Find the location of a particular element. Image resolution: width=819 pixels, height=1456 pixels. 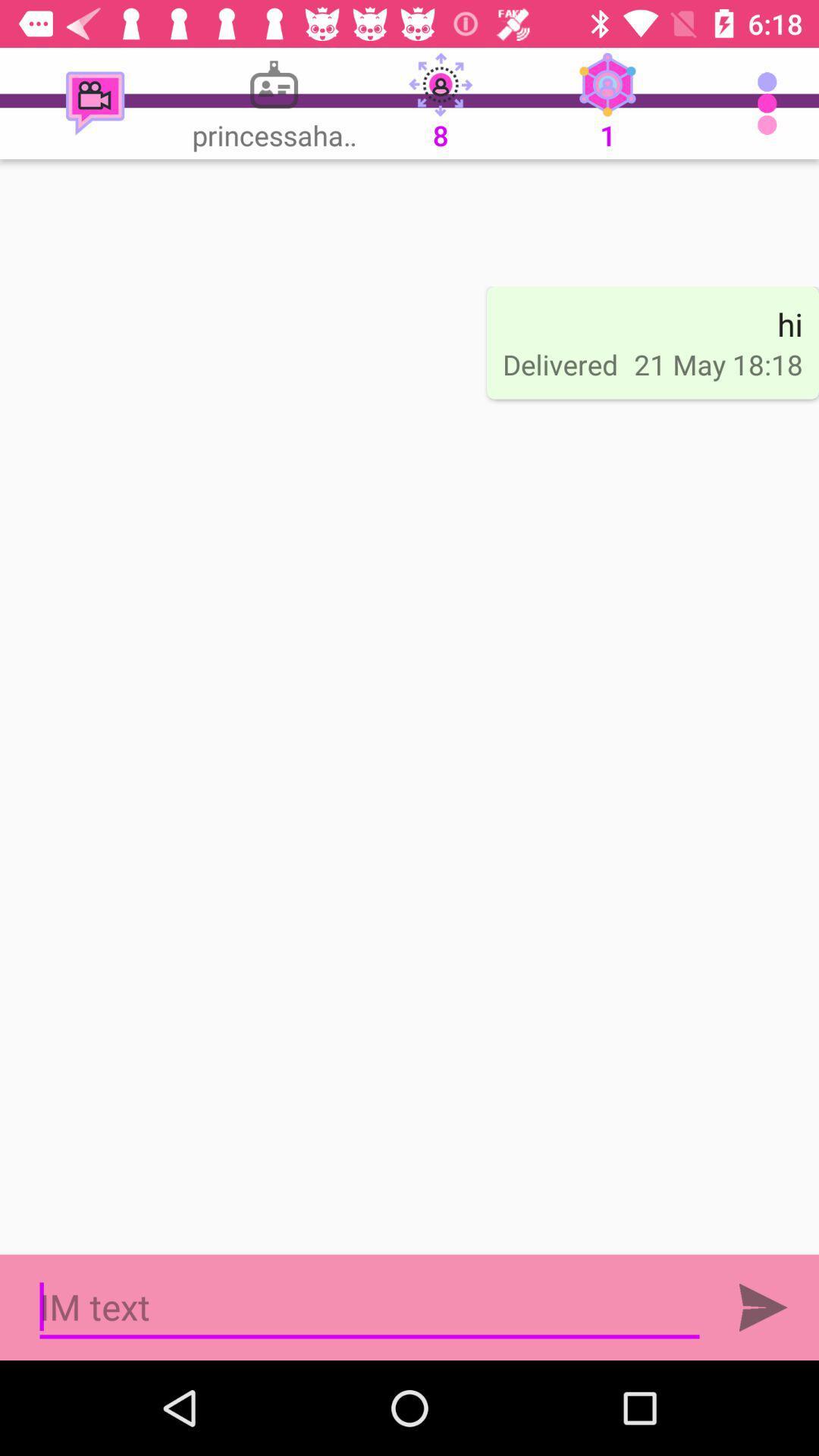

send message is located at coordinates (763, 1307).